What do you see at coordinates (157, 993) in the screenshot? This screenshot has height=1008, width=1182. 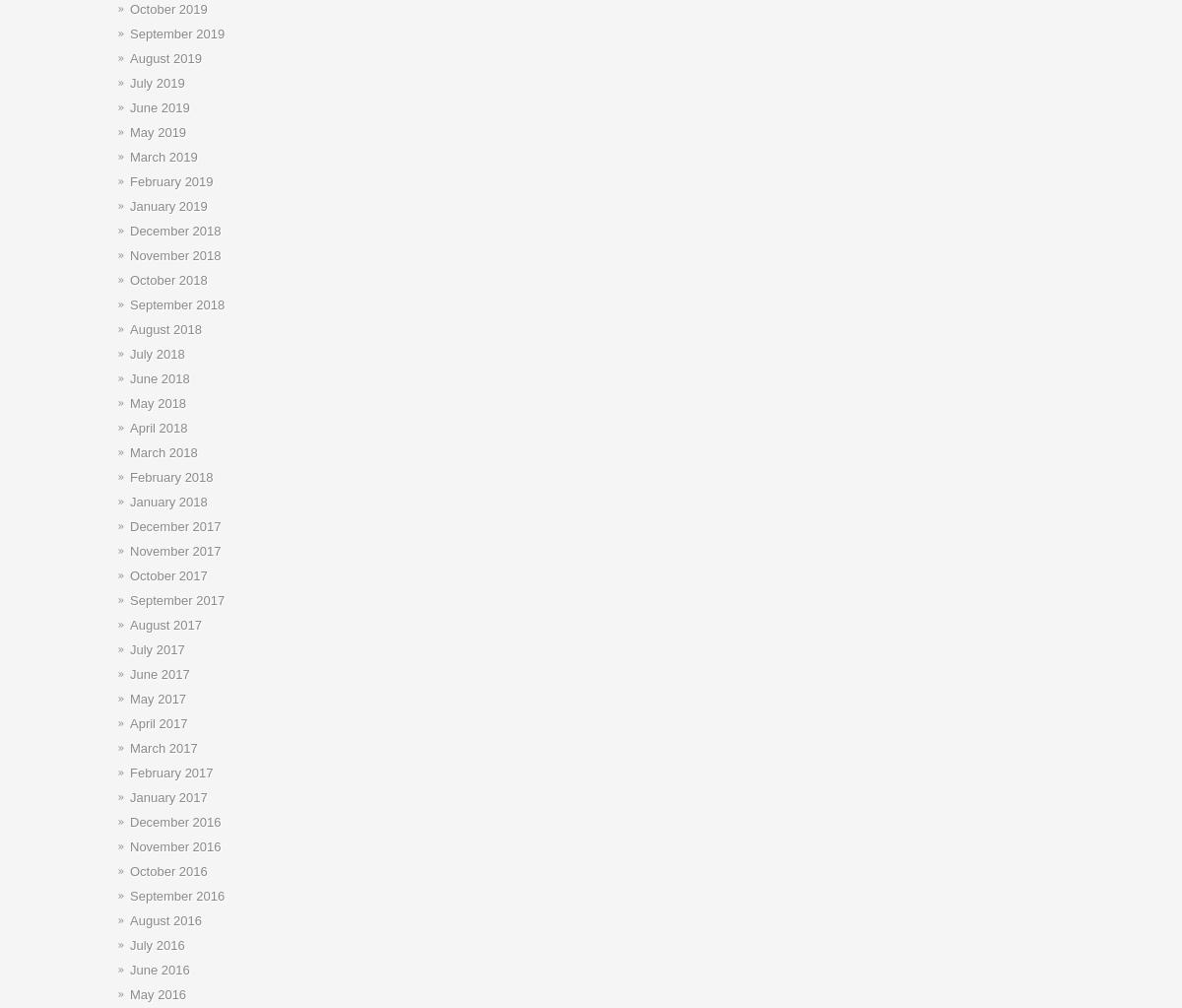 I see `'May 2016'` at bounding box center [157, 993].